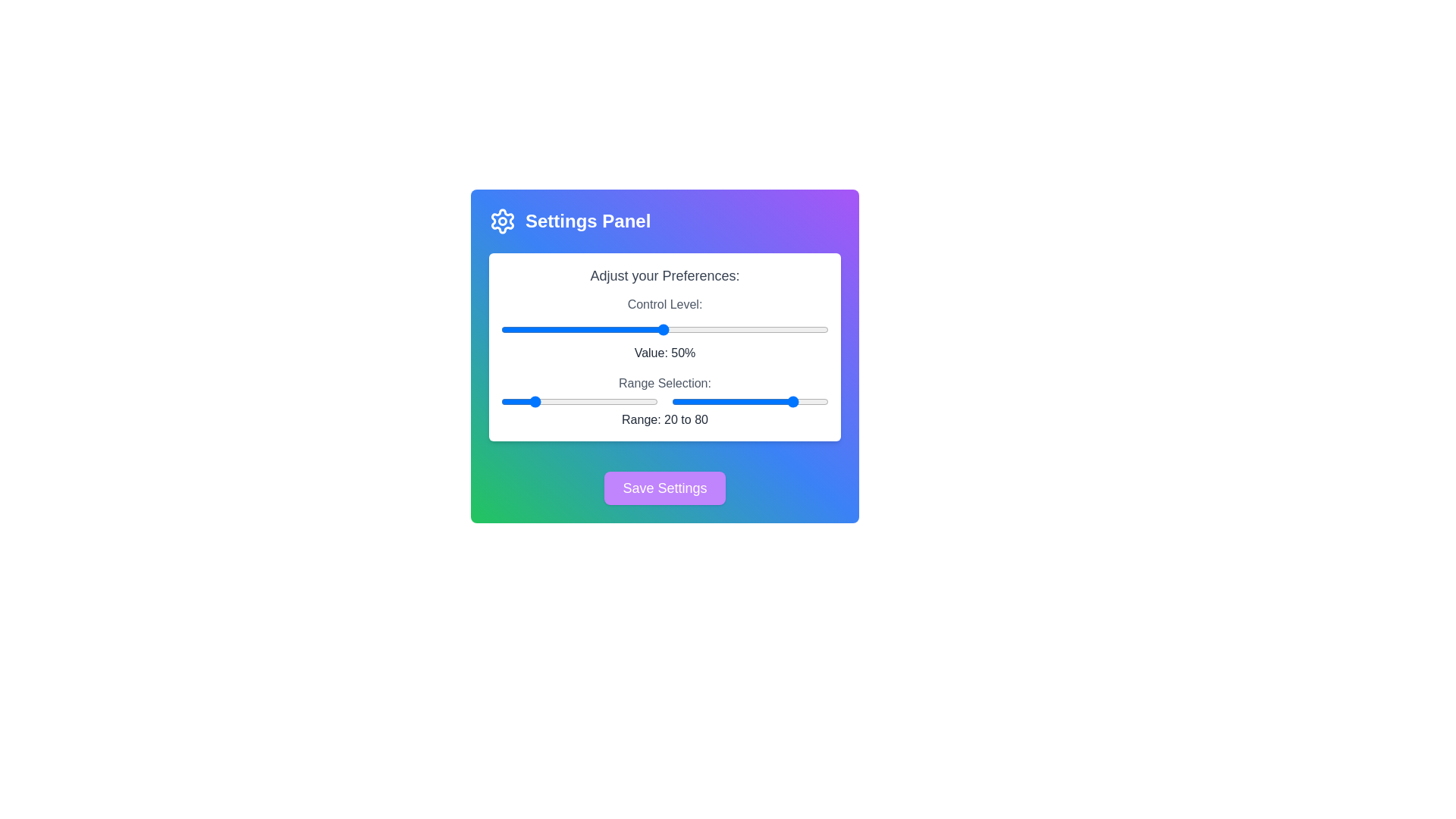 The height and width of the screenshot is (819, 1456). What do you see at coordinates (786, 329) in the screenshot?
I see `the control level` at bounding box center [786, 329].